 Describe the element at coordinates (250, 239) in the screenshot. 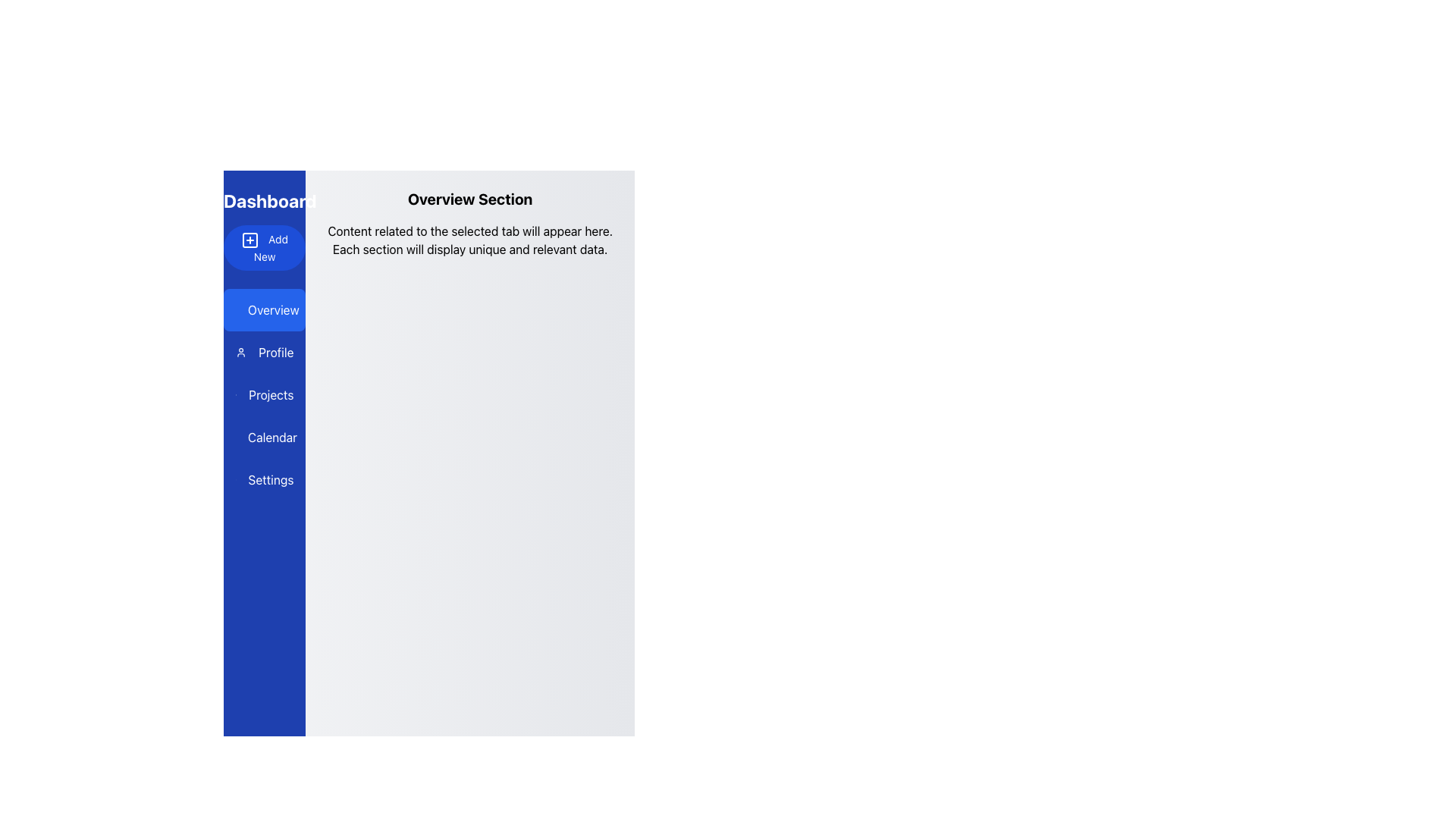

I see `the decorative element that enhances the visibility of the 'Add New' button located in the left navigation panel below the 'Dashboard' title` at that location.